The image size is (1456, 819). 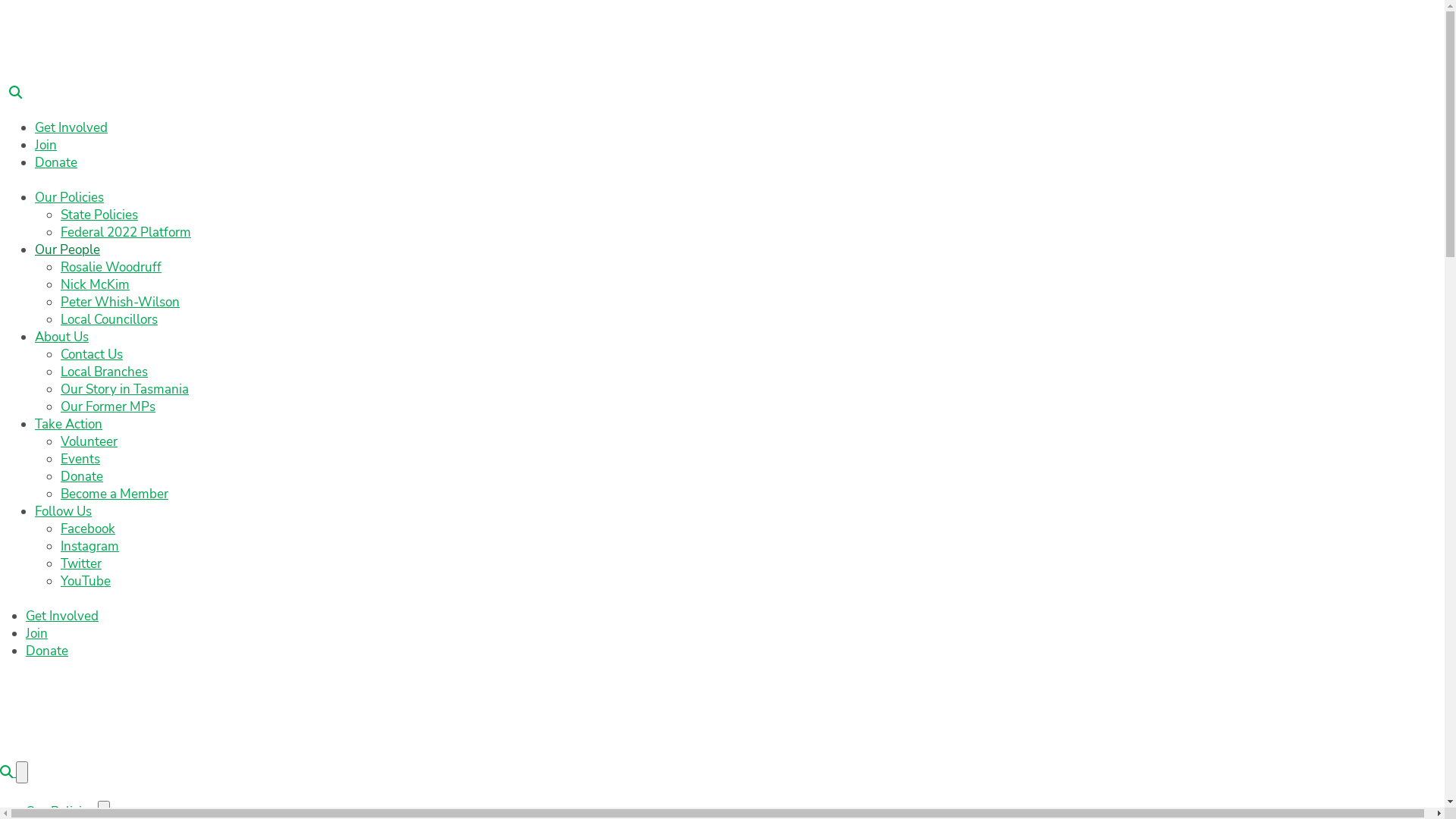 I want to click on 'Rosalie Woodruff', so click(x=110, y=266).